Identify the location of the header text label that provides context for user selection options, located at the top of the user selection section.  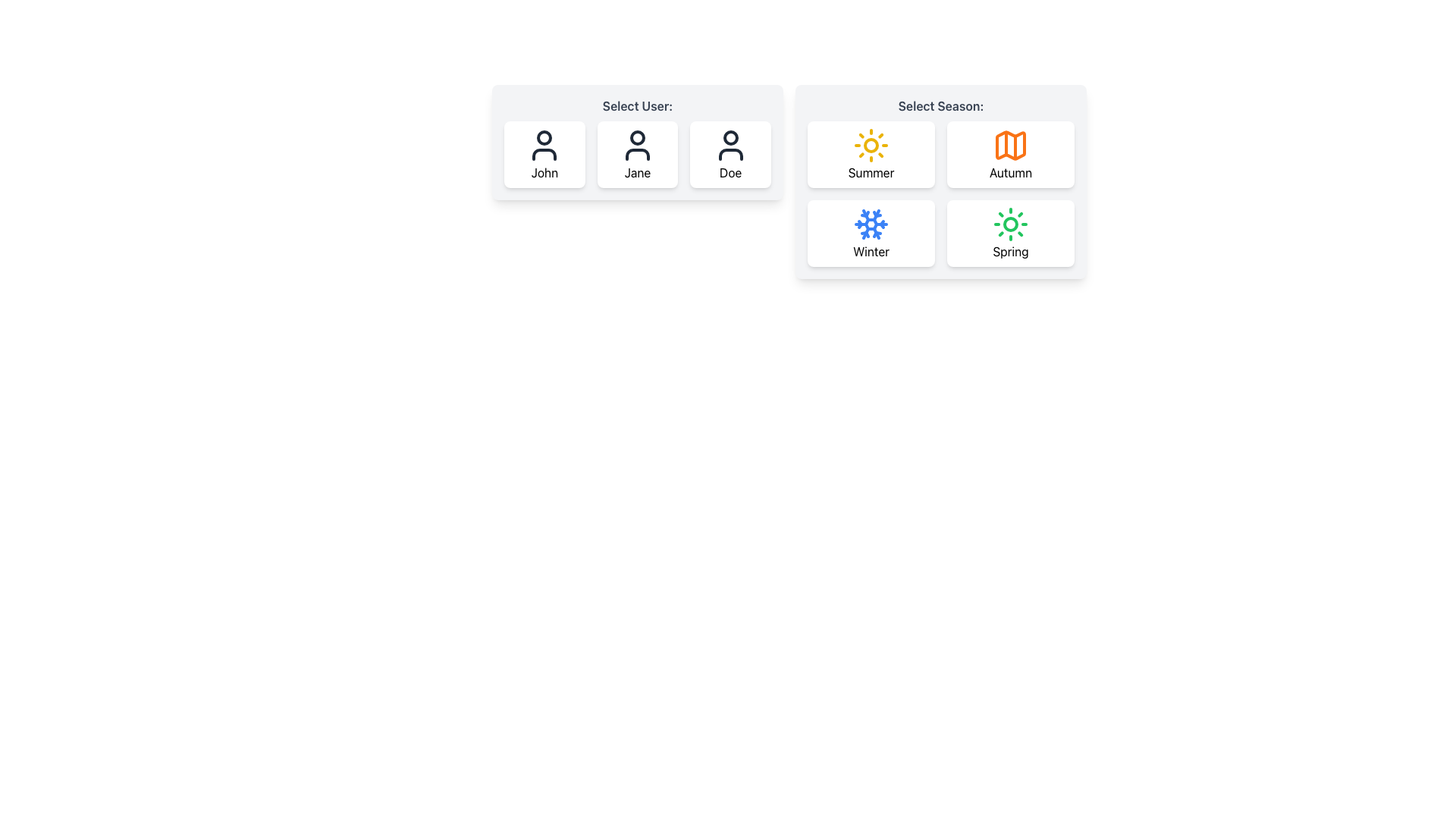
(637, 105).